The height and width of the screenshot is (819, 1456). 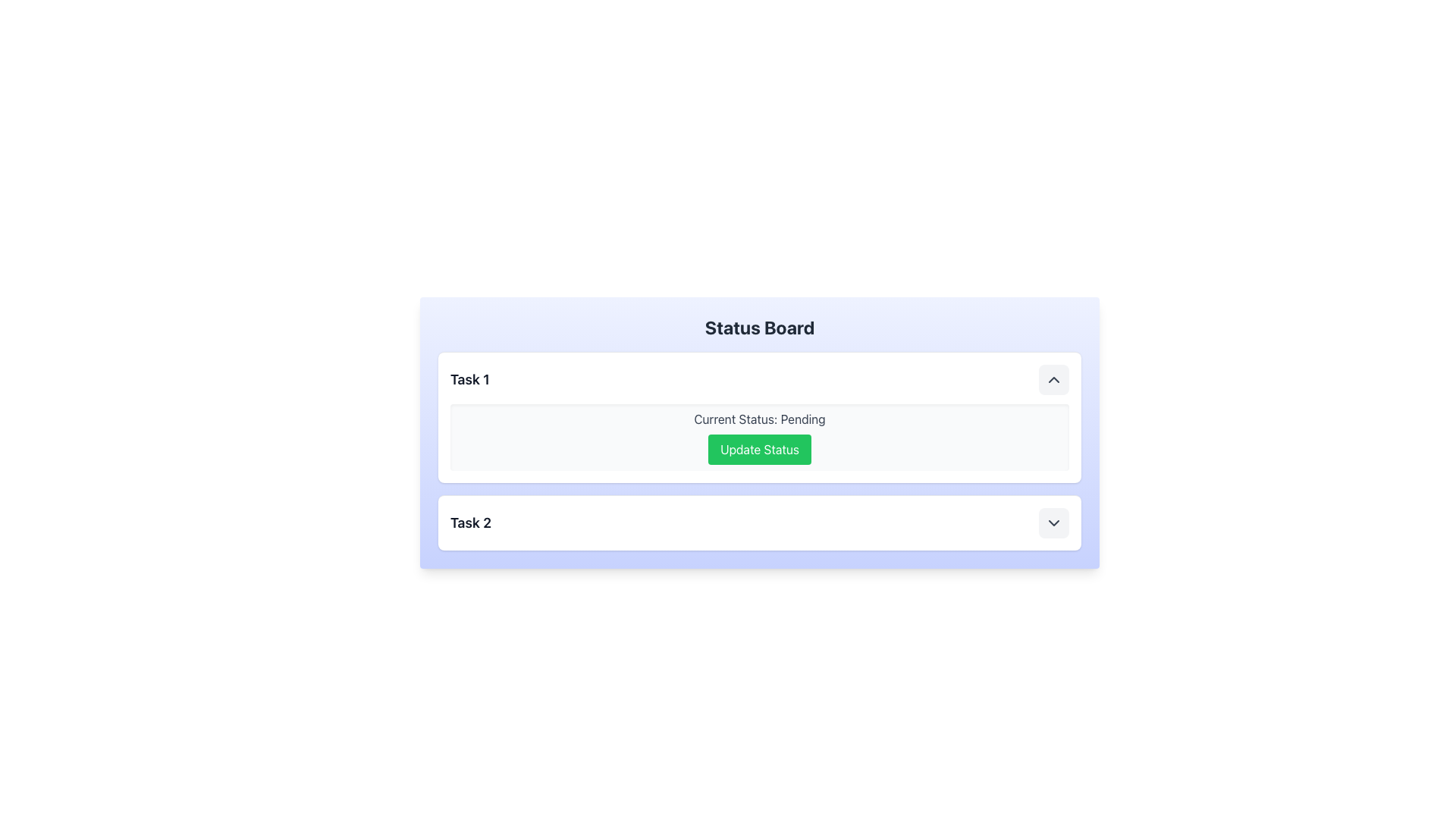 I want to click on the interactive list item for 'Task 2', so click(x=760, y=522).